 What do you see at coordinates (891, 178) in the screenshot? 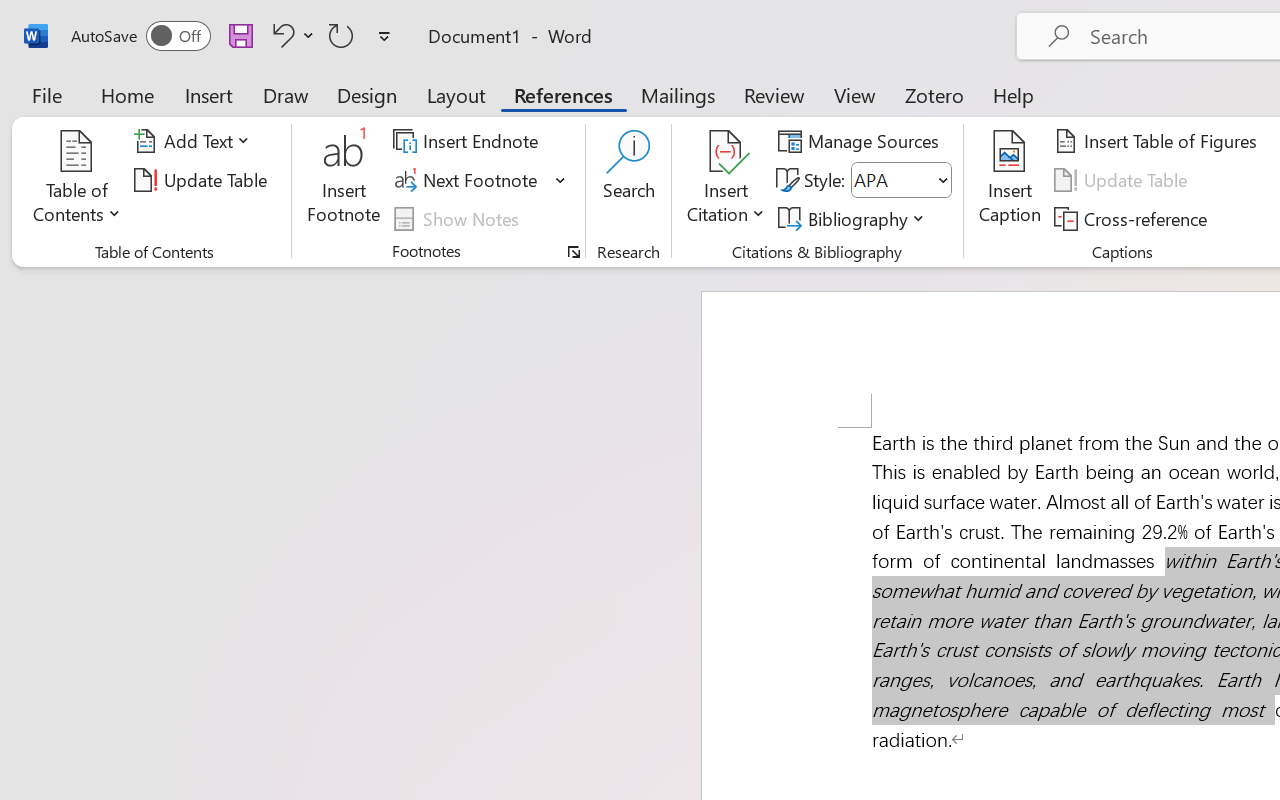
I see `'Style'` at bounding box center [891, 178].